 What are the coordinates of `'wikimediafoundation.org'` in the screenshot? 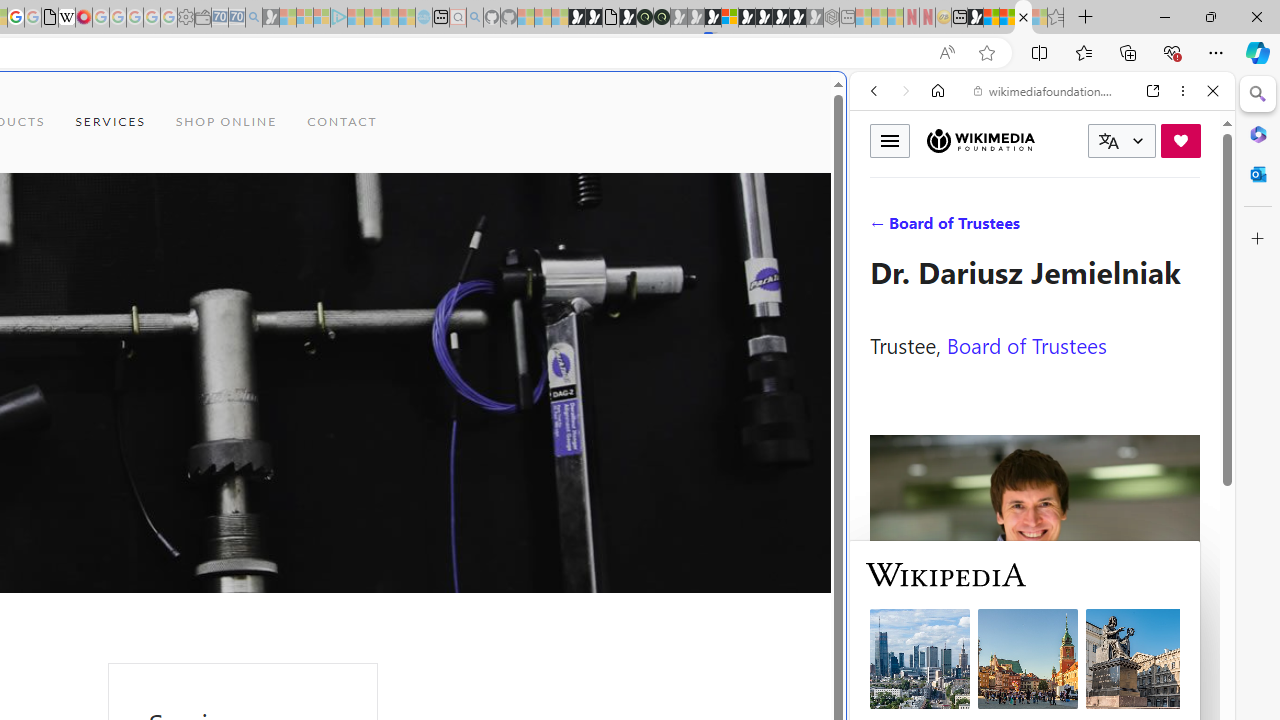 It's located at (1045, 91).